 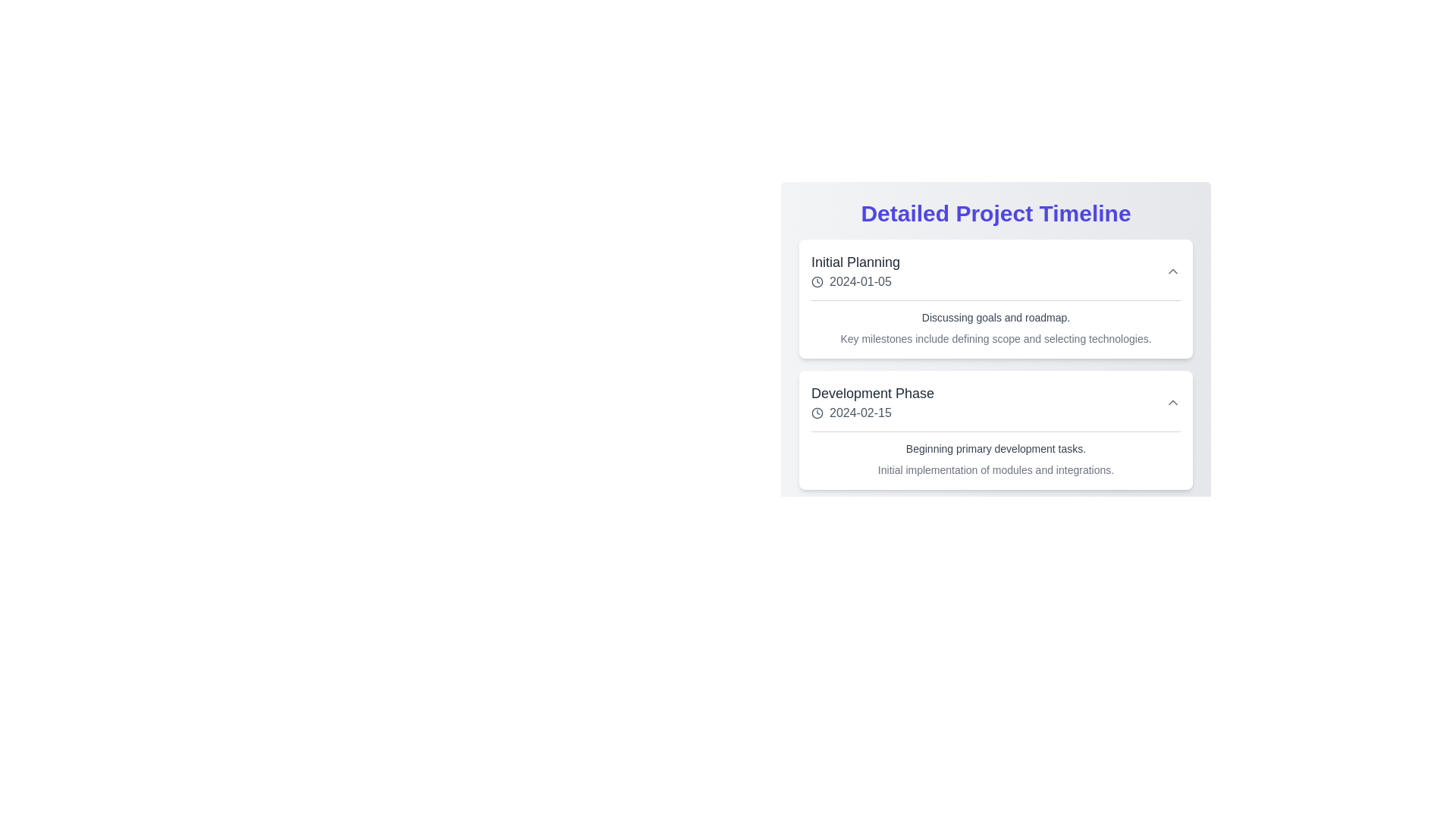 What do you see at coordinates (996, 299) in the screenshot?
I see `the first card in the 'Detailed Project Timeline' section, which summarizes the planning phase of a project` at bounding box center [996, 299].